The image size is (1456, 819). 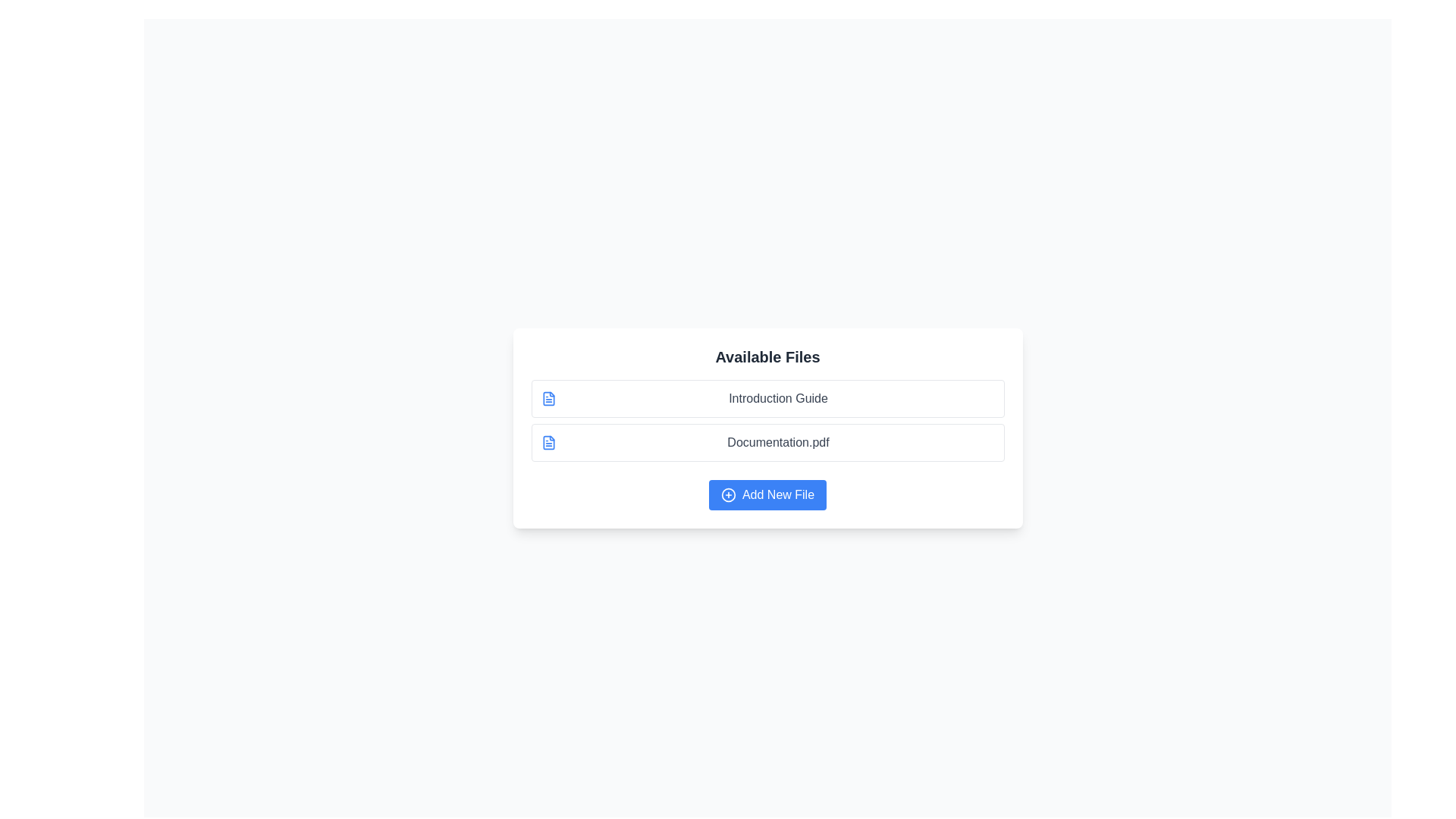 What do you see at coordinates (778, 397) in the screenshot?
I see `text label displaying the name of the file or document labeled 'Introduction Guide', located below the title 'Available Files' and to the right of a blue file icon` at bounding box center [778, 397].